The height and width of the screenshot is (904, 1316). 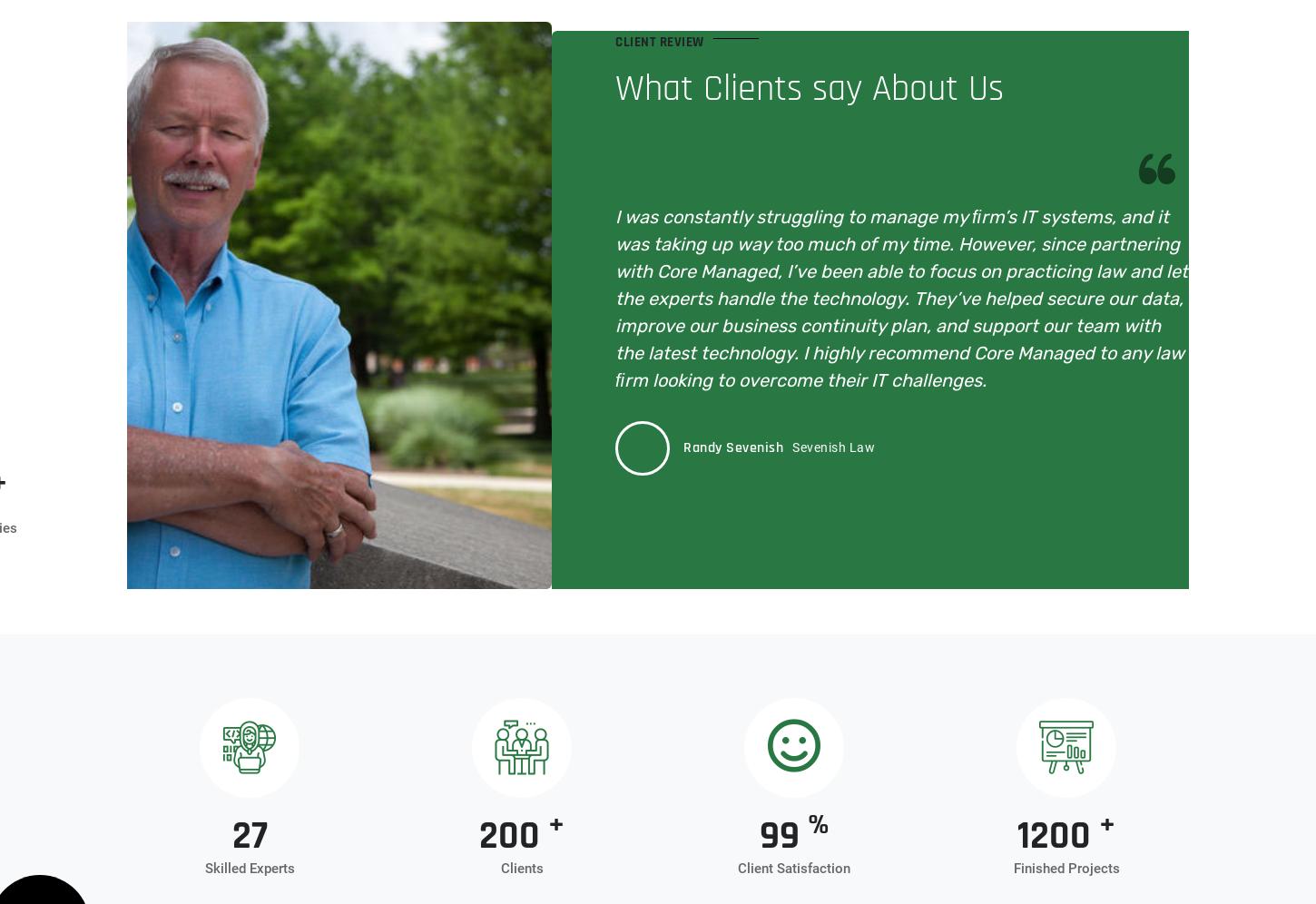 What do you see at coordinates (249, 866) in the screenshot?
I see `'Skilled Experts'` at bounding box center [249, 866].